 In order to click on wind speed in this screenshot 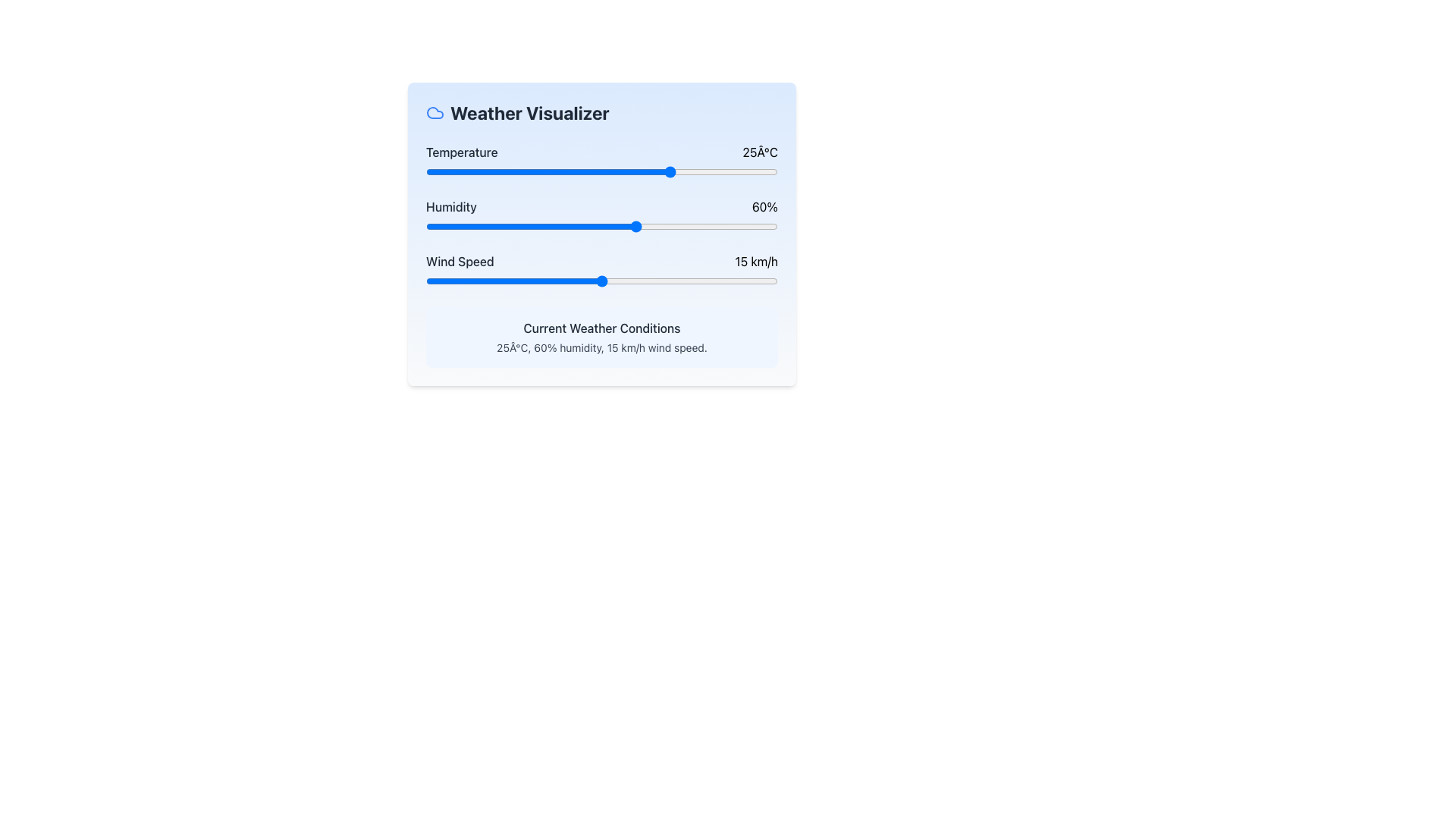, I will do `click(519, 281)`.